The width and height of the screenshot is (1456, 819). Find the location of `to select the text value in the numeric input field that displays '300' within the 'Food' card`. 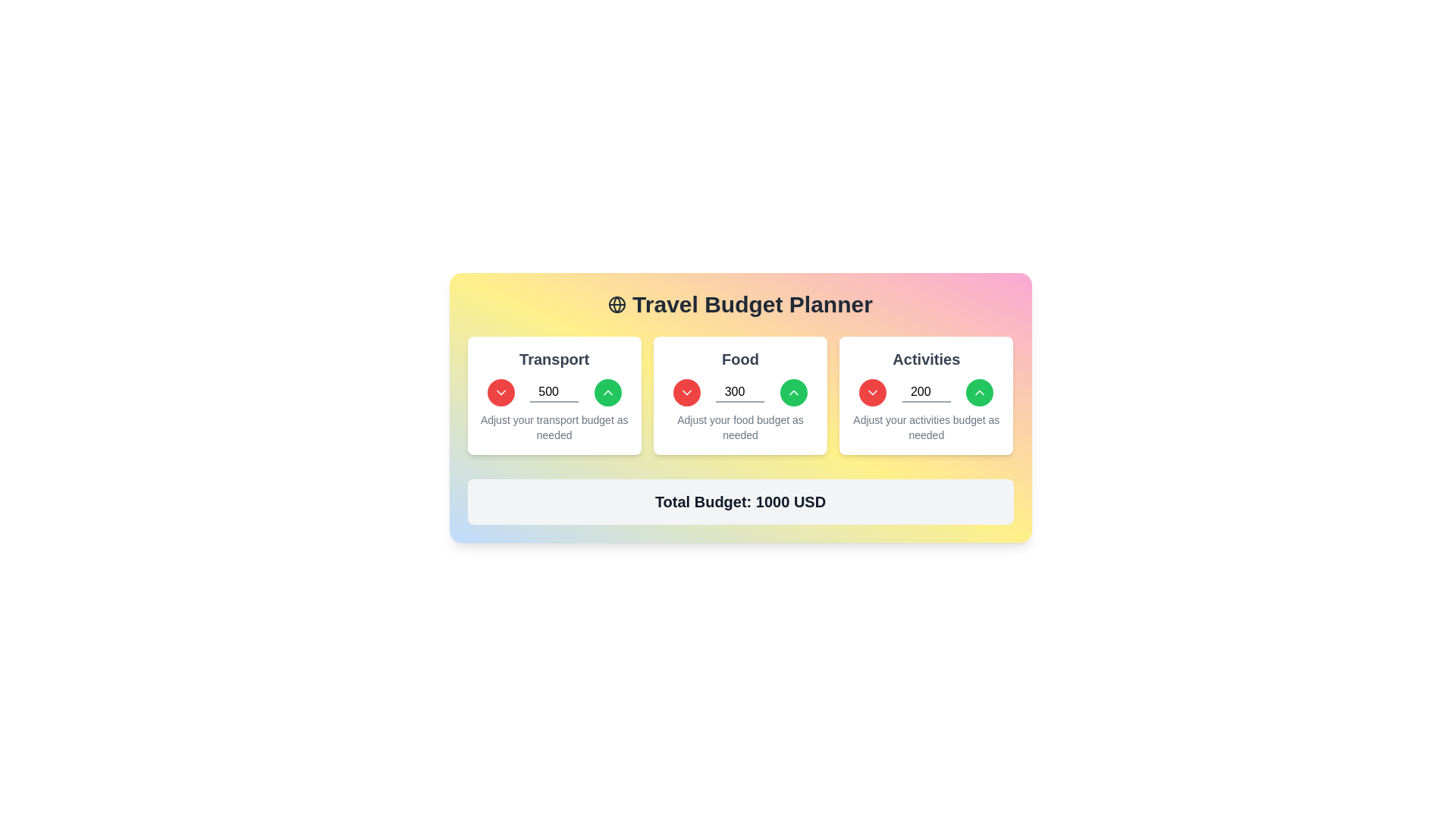

to select the text value in the numeric input field that displays '300' within the 'Food' card is located at coordinates (740, 391).